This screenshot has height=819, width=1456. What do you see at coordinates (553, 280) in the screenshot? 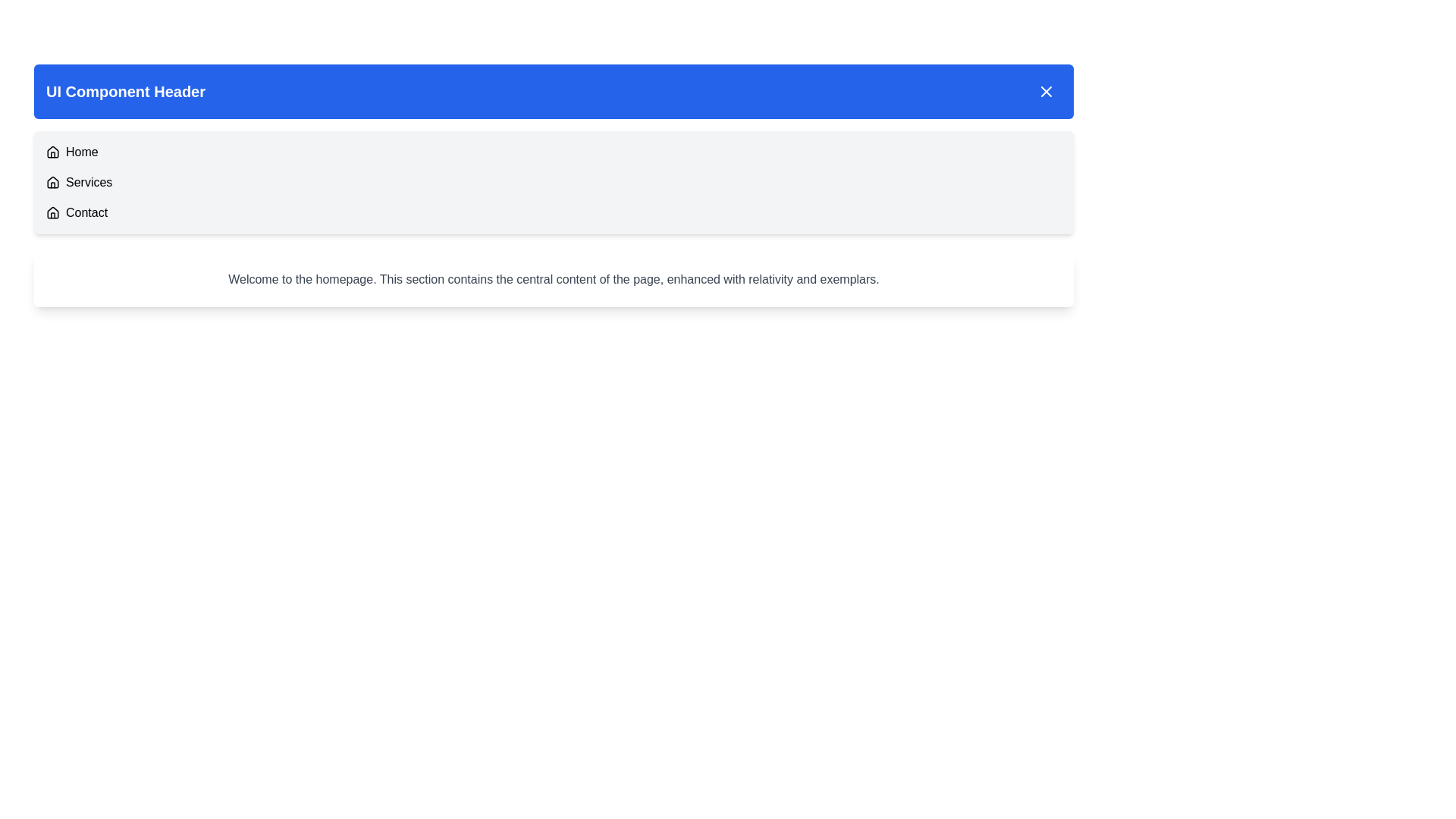
I see `informational text block that contains the message 'Welcome to the homepage. This section contains the central content of the page, enhanced with relativity and exemplars.'` at bounding box center [553, 280].